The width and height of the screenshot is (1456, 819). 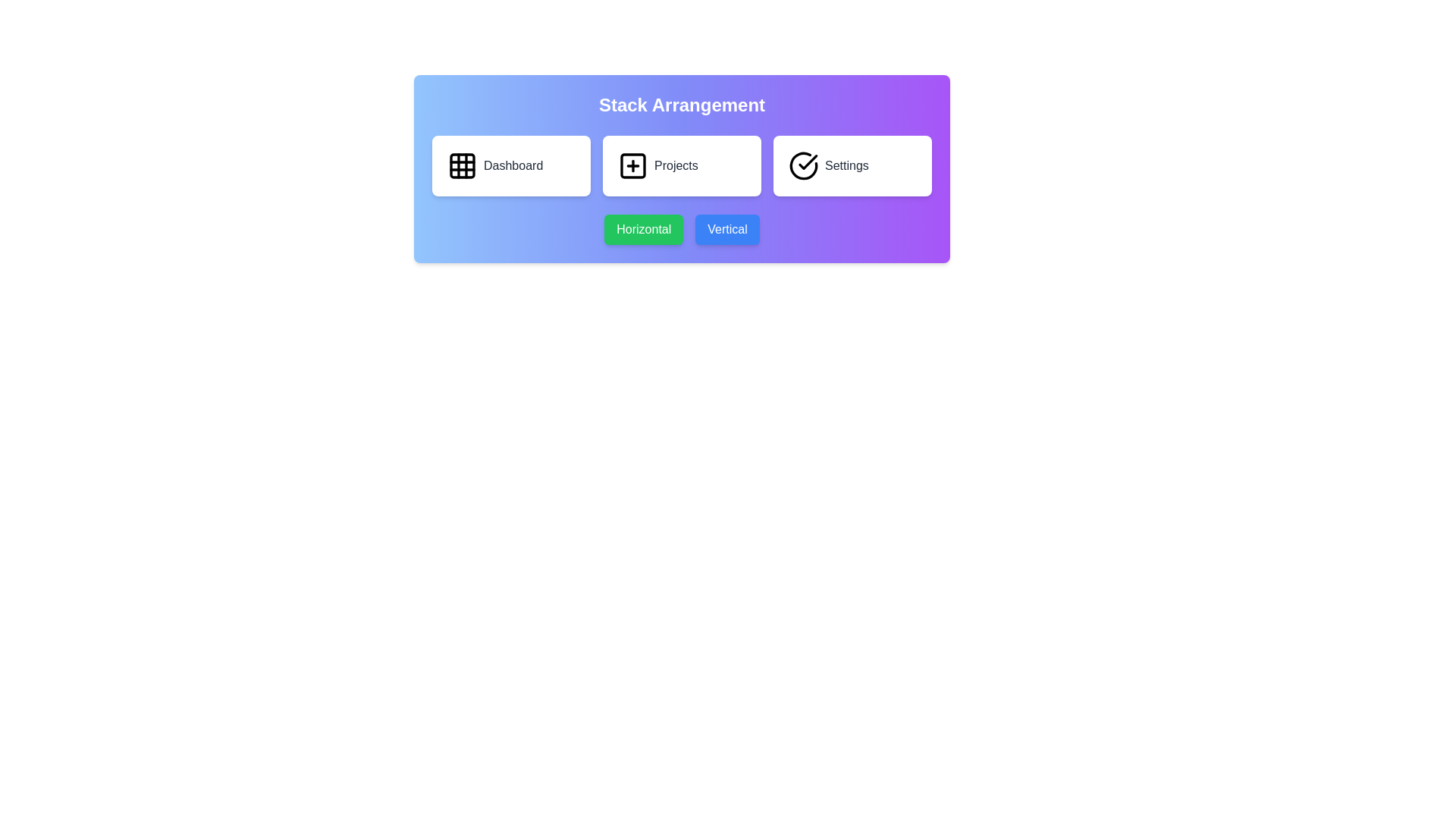 I want to click on the checkmark icon located inside the 'Settings' option at the top-right of the interface, which features a bold stroke tick in a circular outline, so click(x=807, y=162).